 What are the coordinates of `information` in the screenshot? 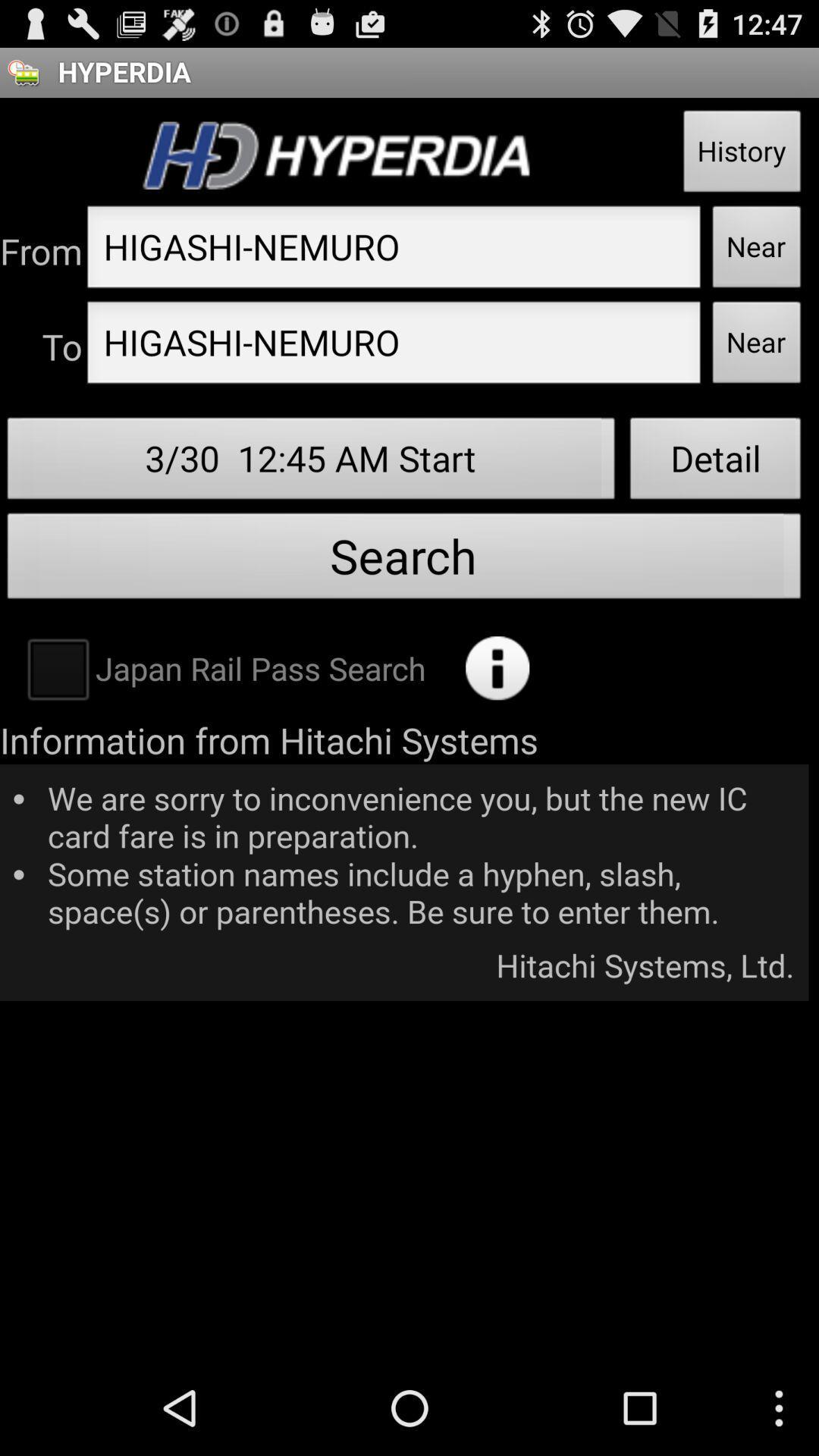 It's located at (497, 667).